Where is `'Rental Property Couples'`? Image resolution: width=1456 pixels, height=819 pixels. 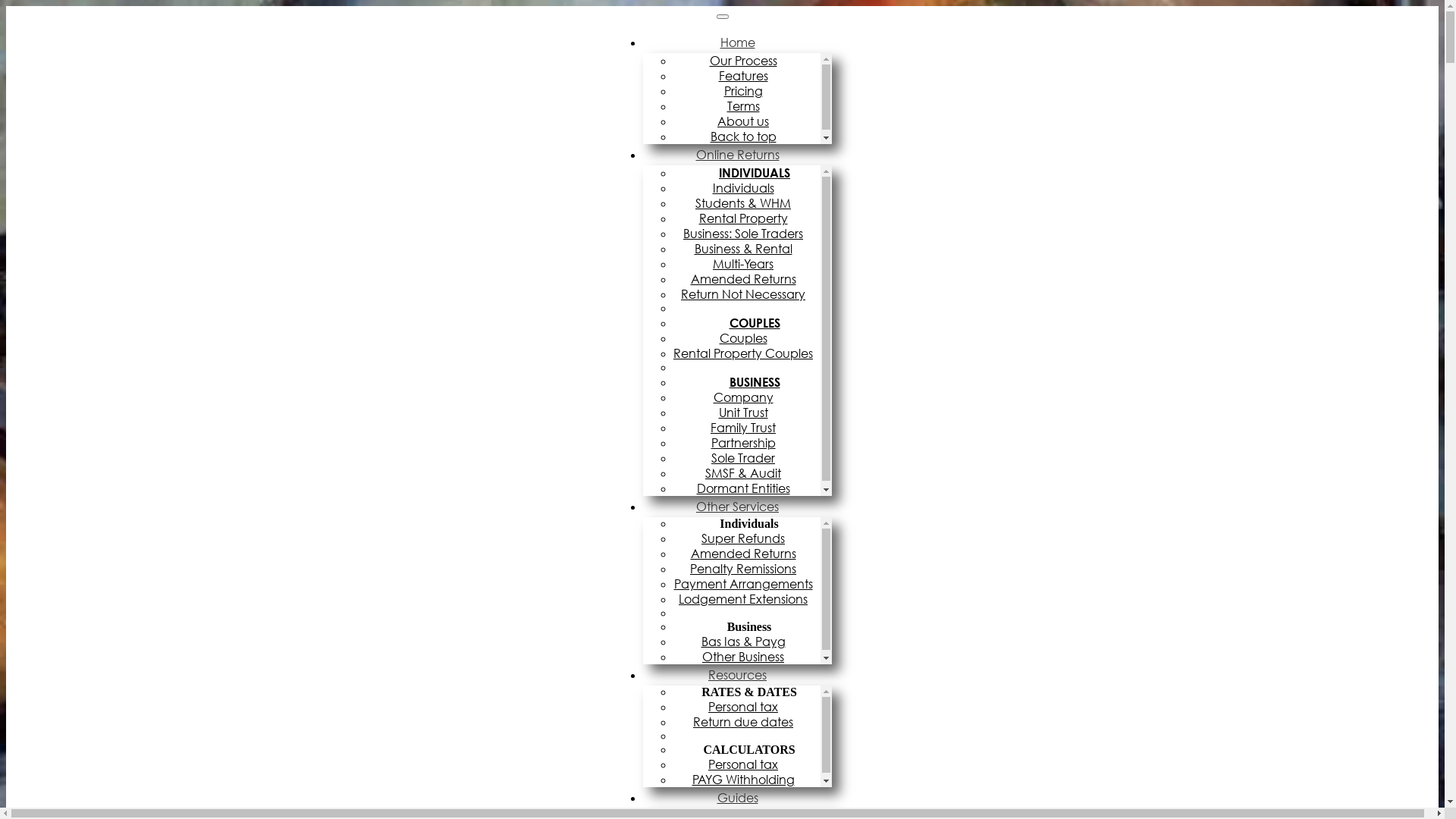
'Rental Property Couples' is located at coordinates (746, 353).